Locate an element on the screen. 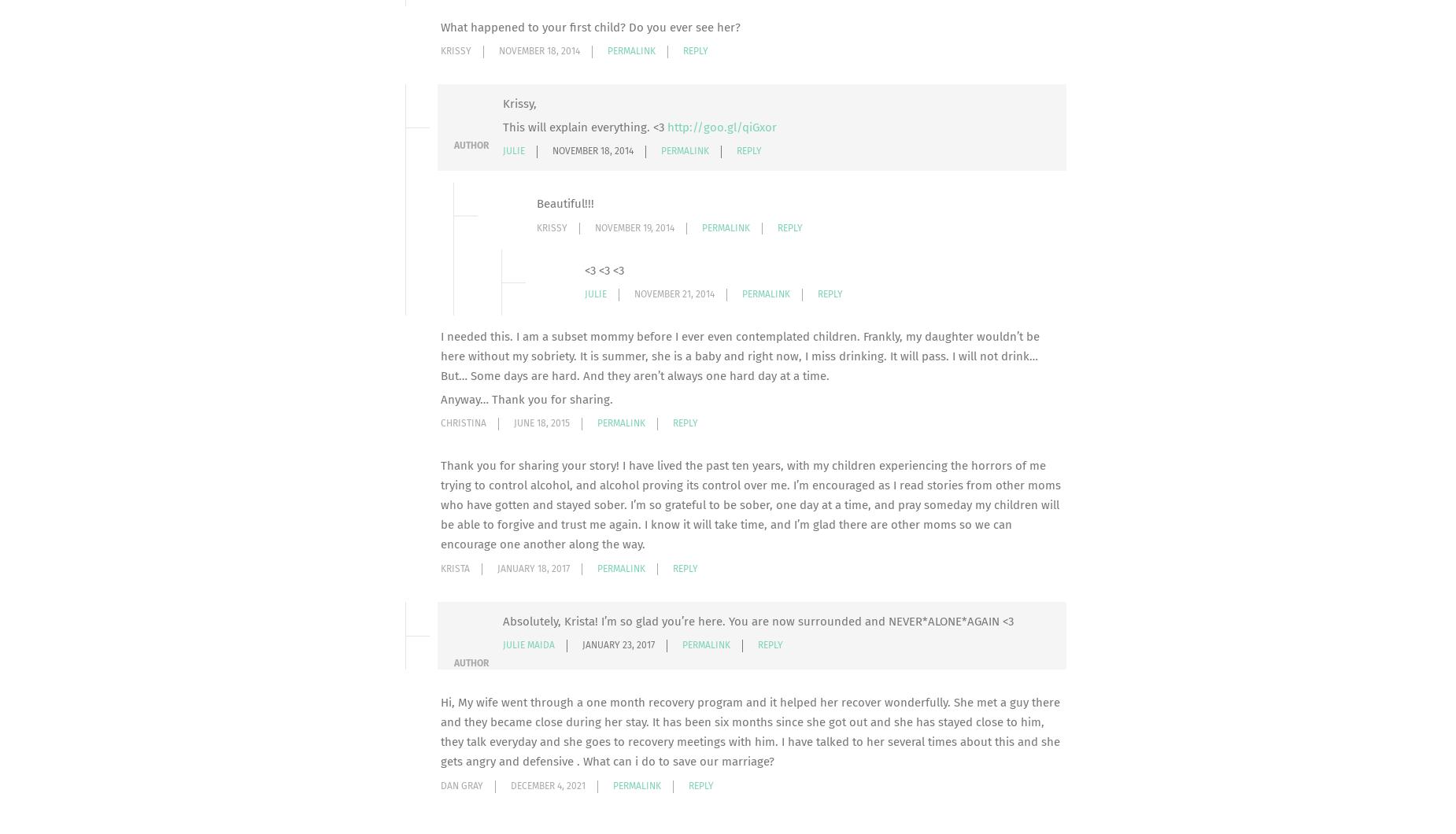  'Krissy,' is located at coordinates (519, 103).